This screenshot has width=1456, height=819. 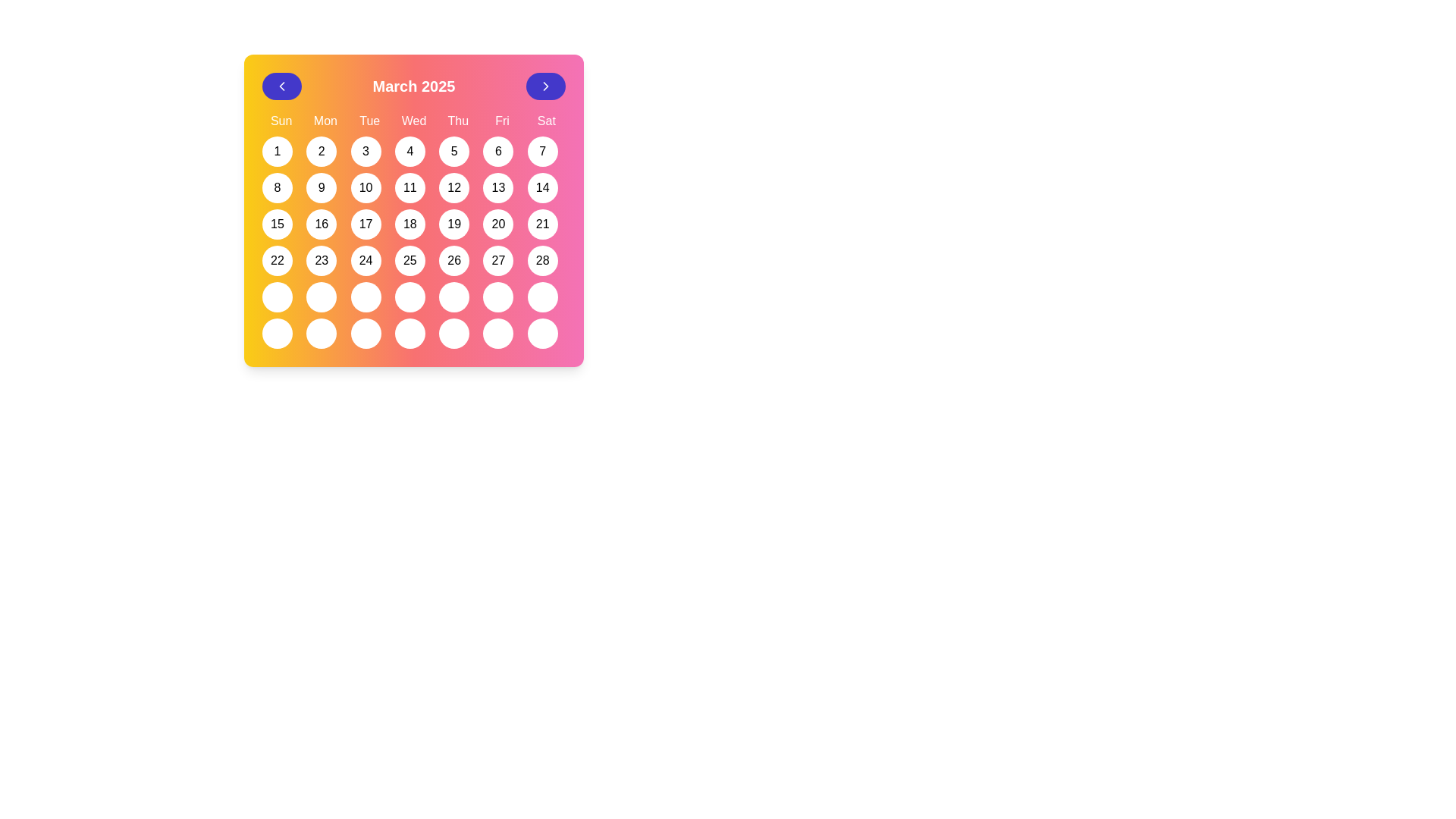 I want to click on the button representing the 19th day of the month in the calendar interface, located in the fourth row and fifth column under the 'Thu' header, so click(x=453, y=224).